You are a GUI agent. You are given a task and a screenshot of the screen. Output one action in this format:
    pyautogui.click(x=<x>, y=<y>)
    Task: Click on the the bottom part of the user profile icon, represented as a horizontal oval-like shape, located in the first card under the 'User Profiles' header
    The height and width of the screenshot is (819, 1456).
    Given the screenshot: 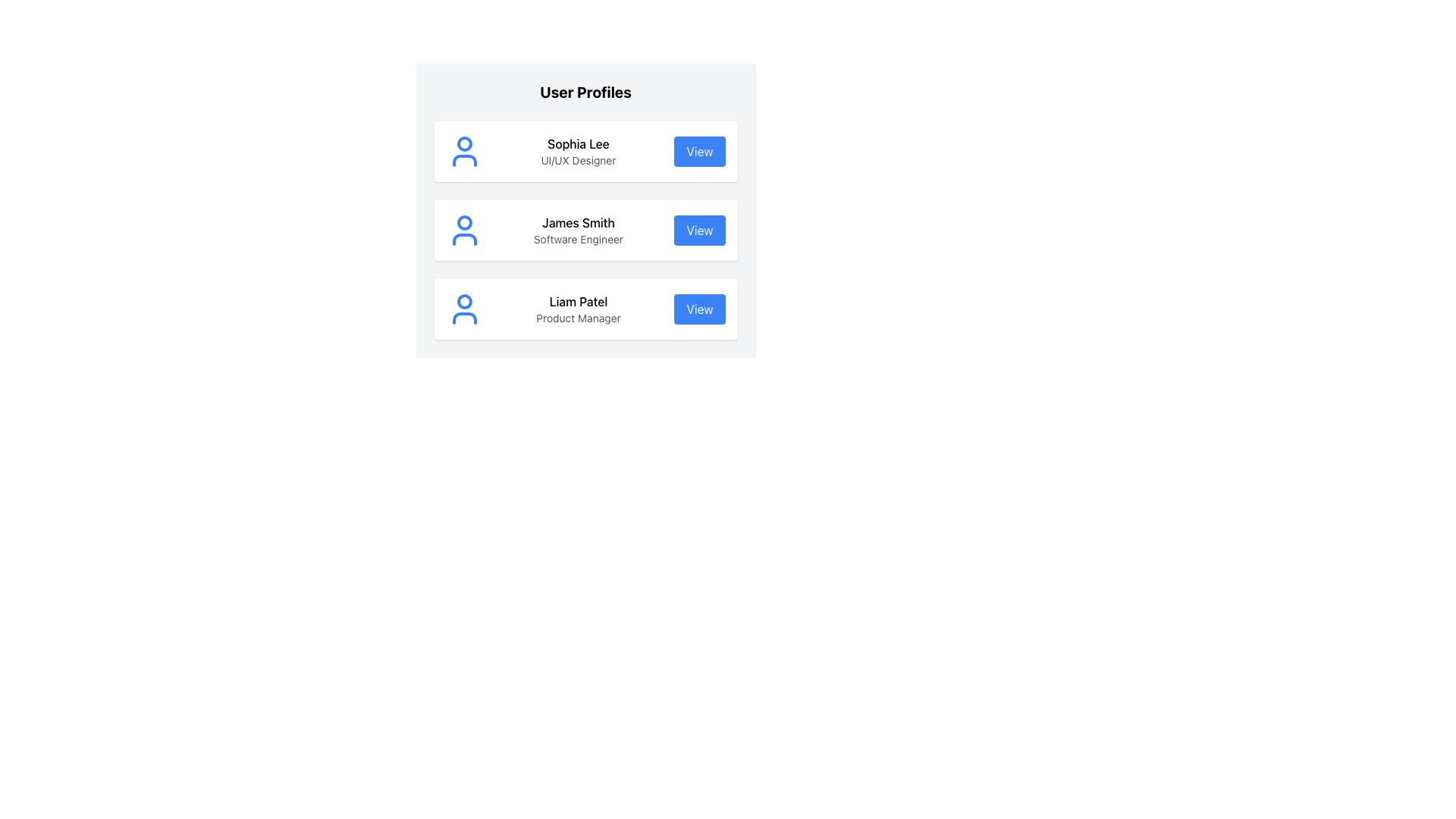 What is the action you would take?
    pyautogui.click(x=463, y=161)
    